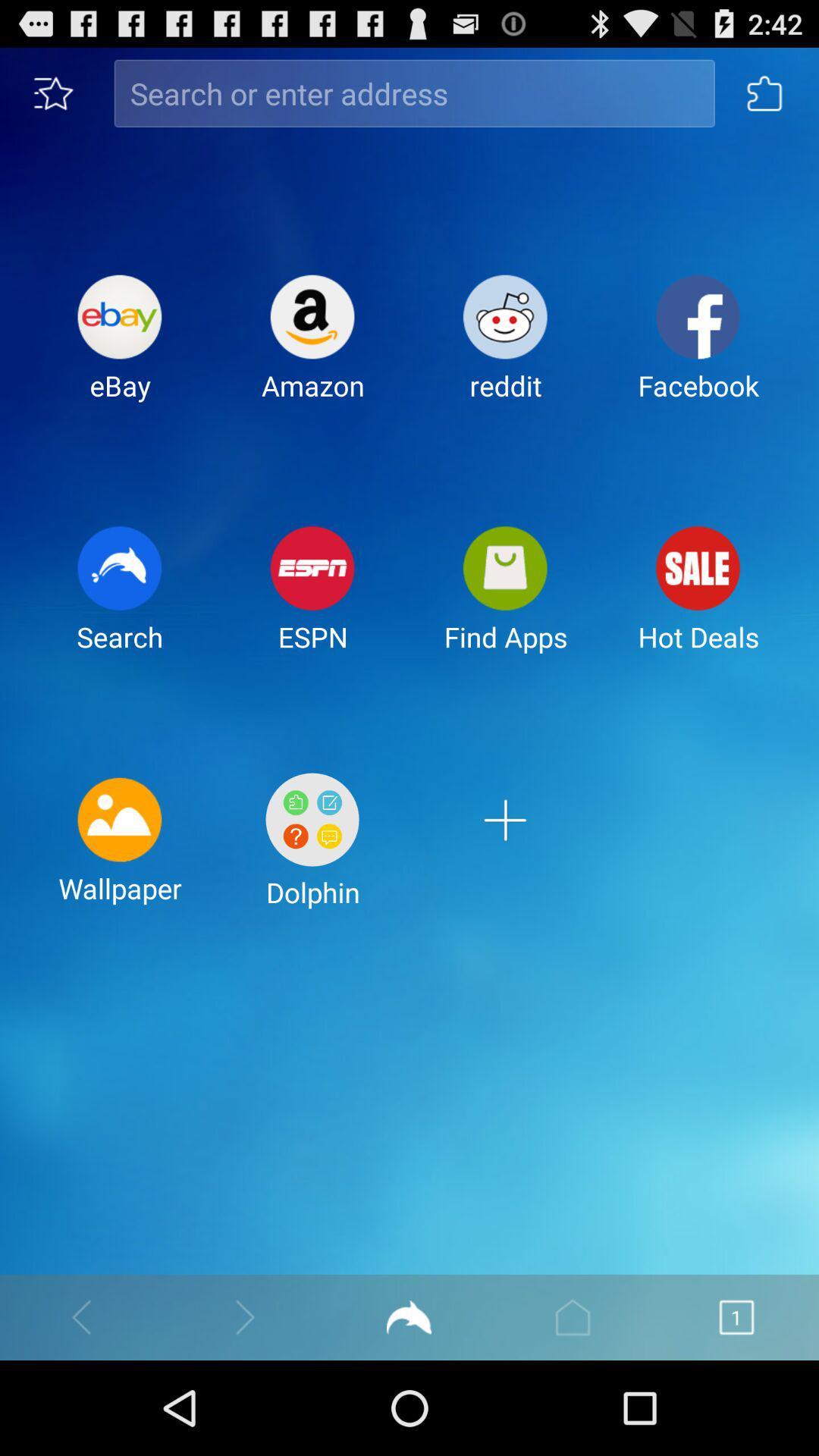 The height and width of the screenshot is (1456, 819). What do you see at coordinates (312, 601) in the screenshot?
I see `item to the right of search item` at bounding box center [312, 601].